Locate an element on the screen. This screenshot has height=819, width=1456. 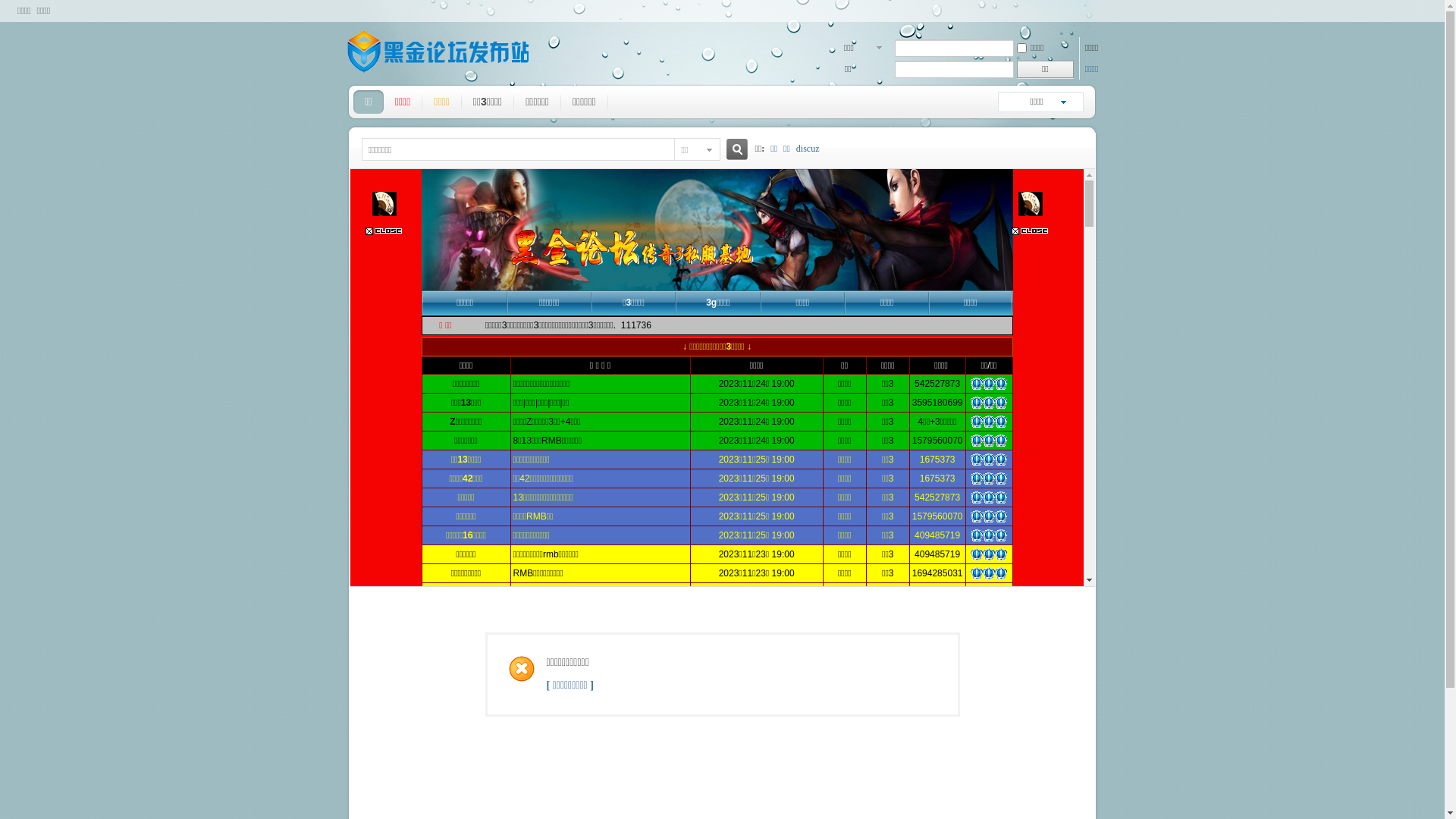
'discuz' is located at coordinates (807, 149).